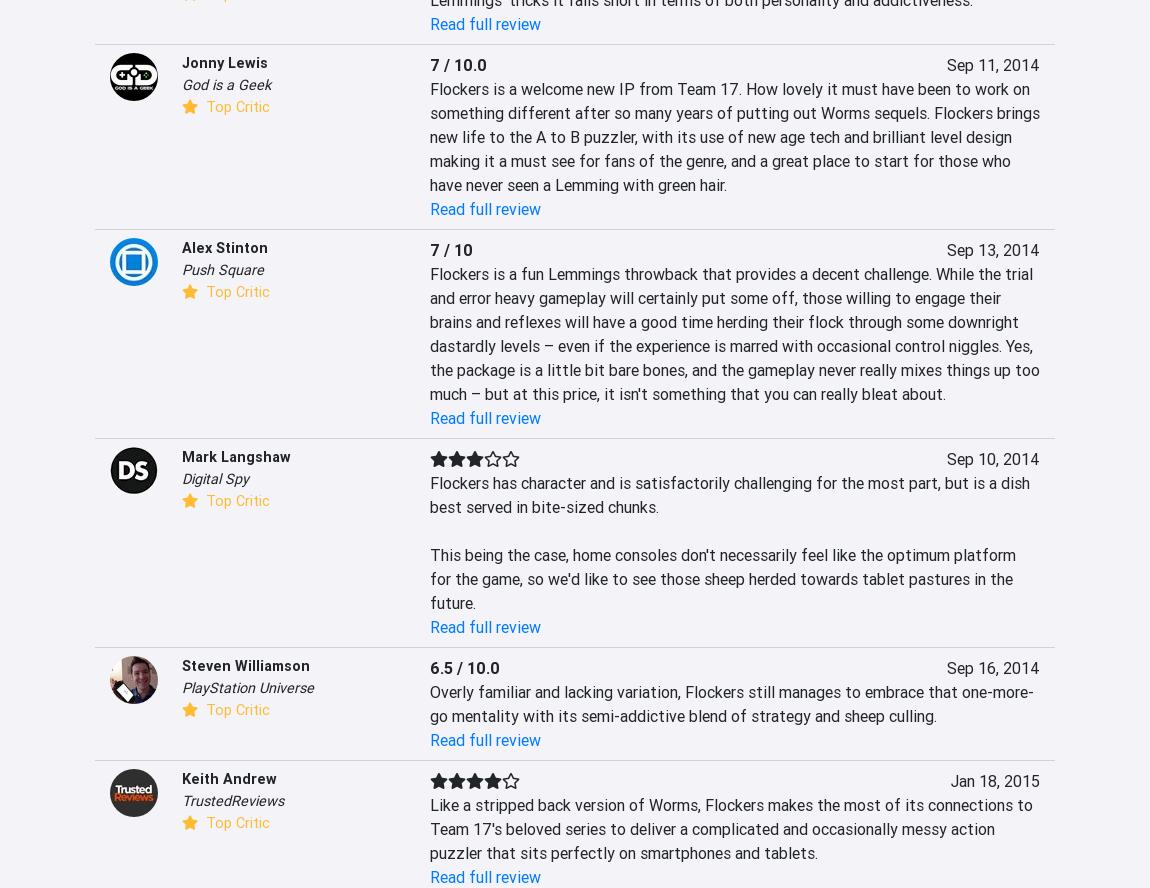 This screenshot has height=888, width=1150. I want to click on 'Jonny Lewis', so click(224, 61).